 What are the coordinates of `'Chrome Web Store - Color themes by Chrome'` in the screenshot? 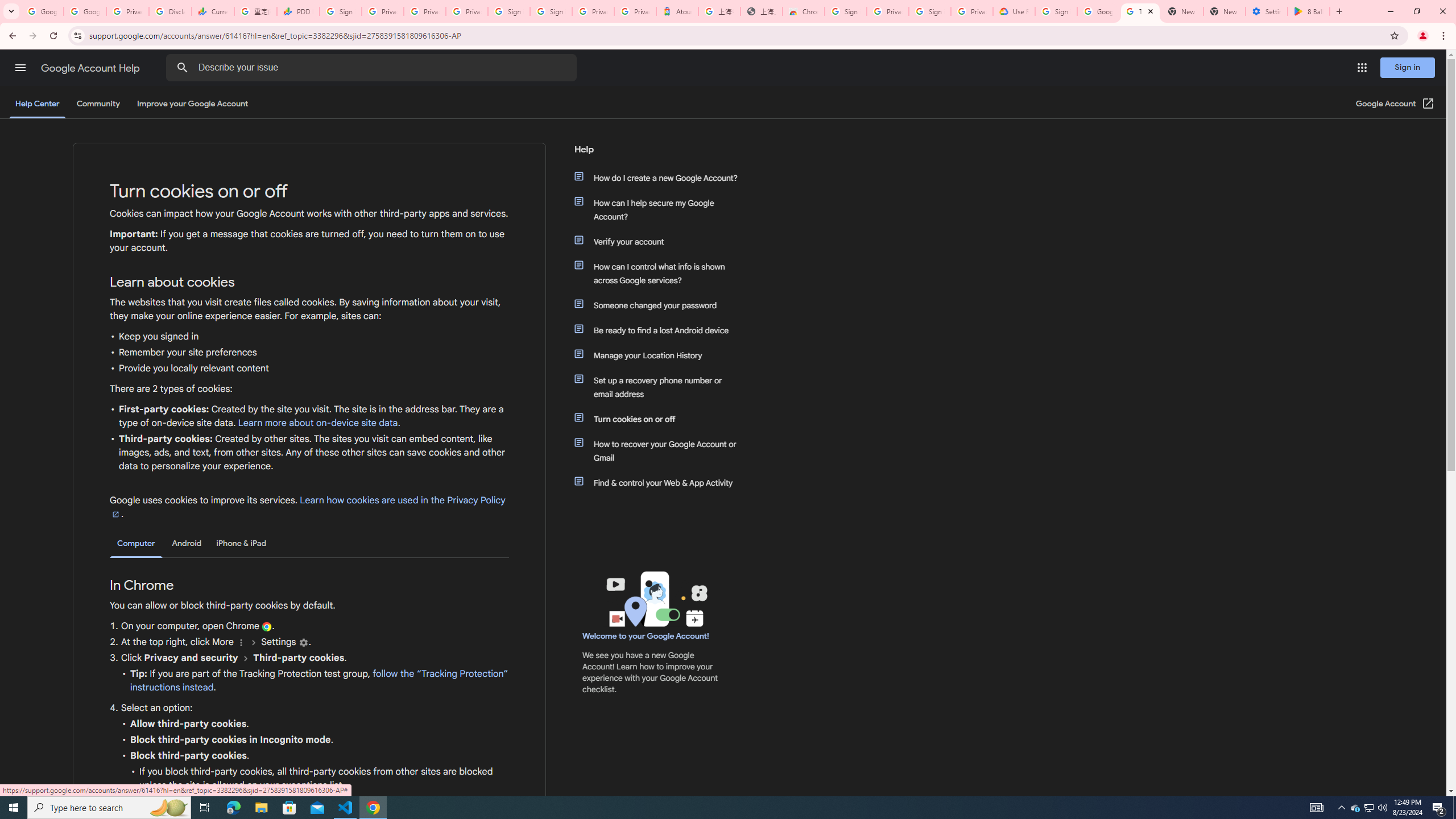 It's located at (804, 11).